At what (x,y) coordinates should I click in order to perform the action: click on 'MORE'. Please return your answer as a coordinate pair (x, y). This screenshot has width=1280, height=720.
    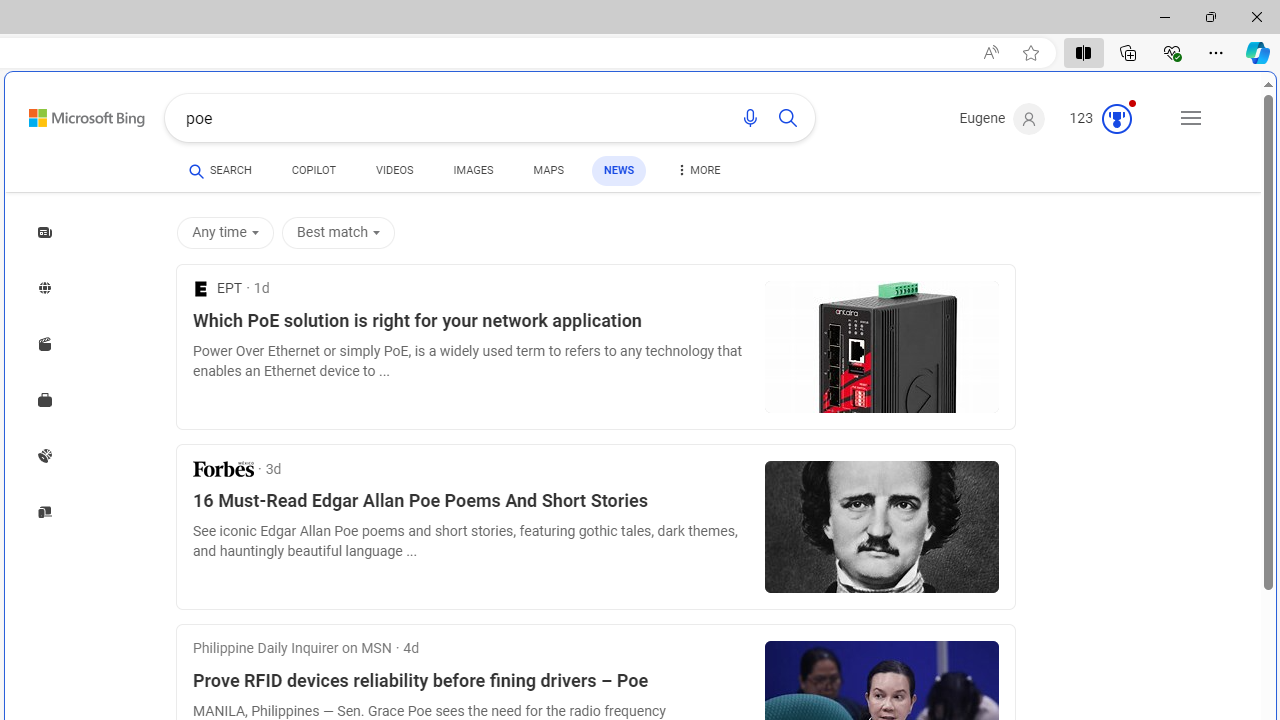
    Looking at the image, I should click on (697, 172).